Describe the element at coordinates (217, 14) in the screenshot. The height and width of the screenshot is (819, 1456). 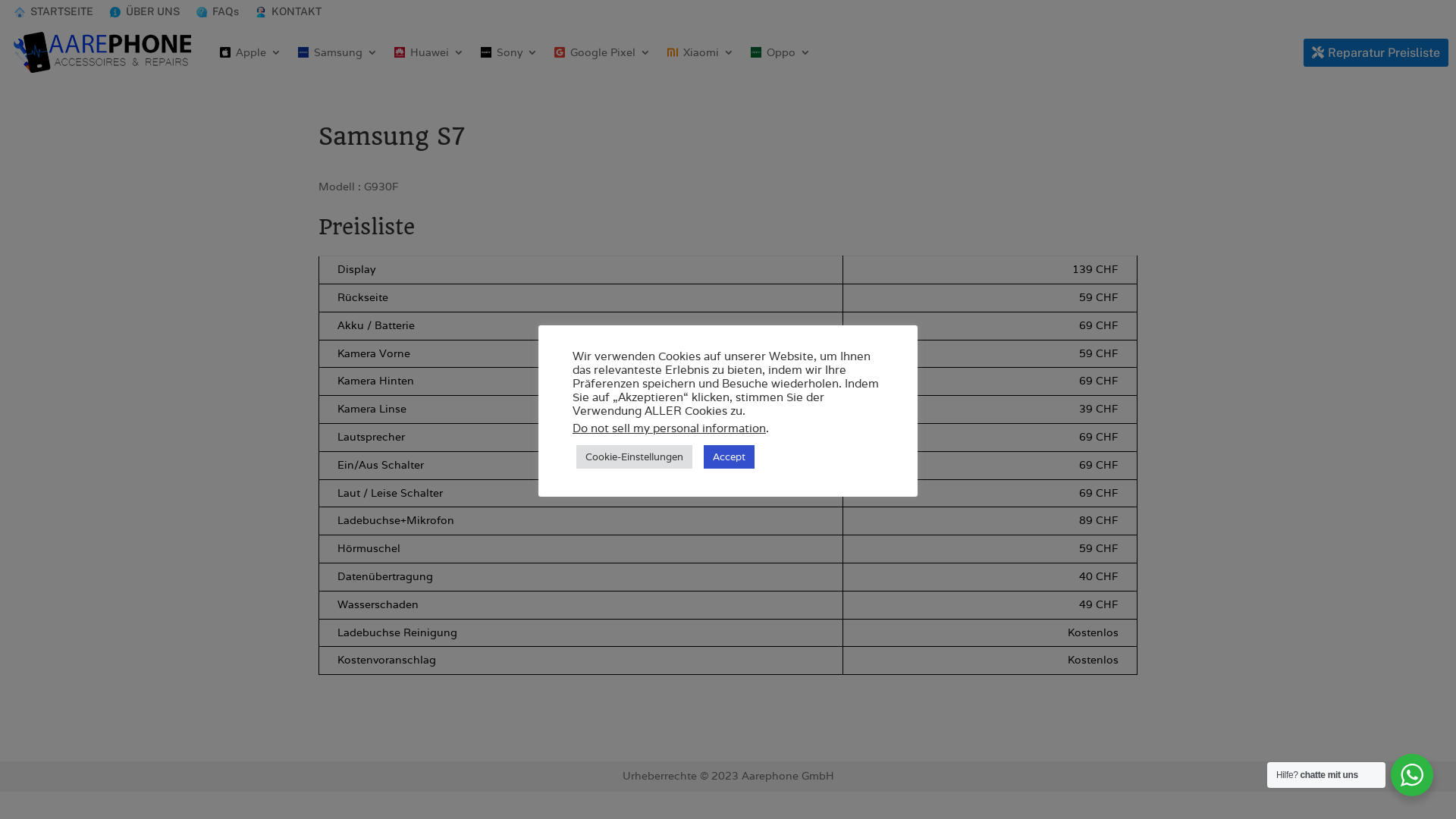
I see `'FAQs'` at that location.